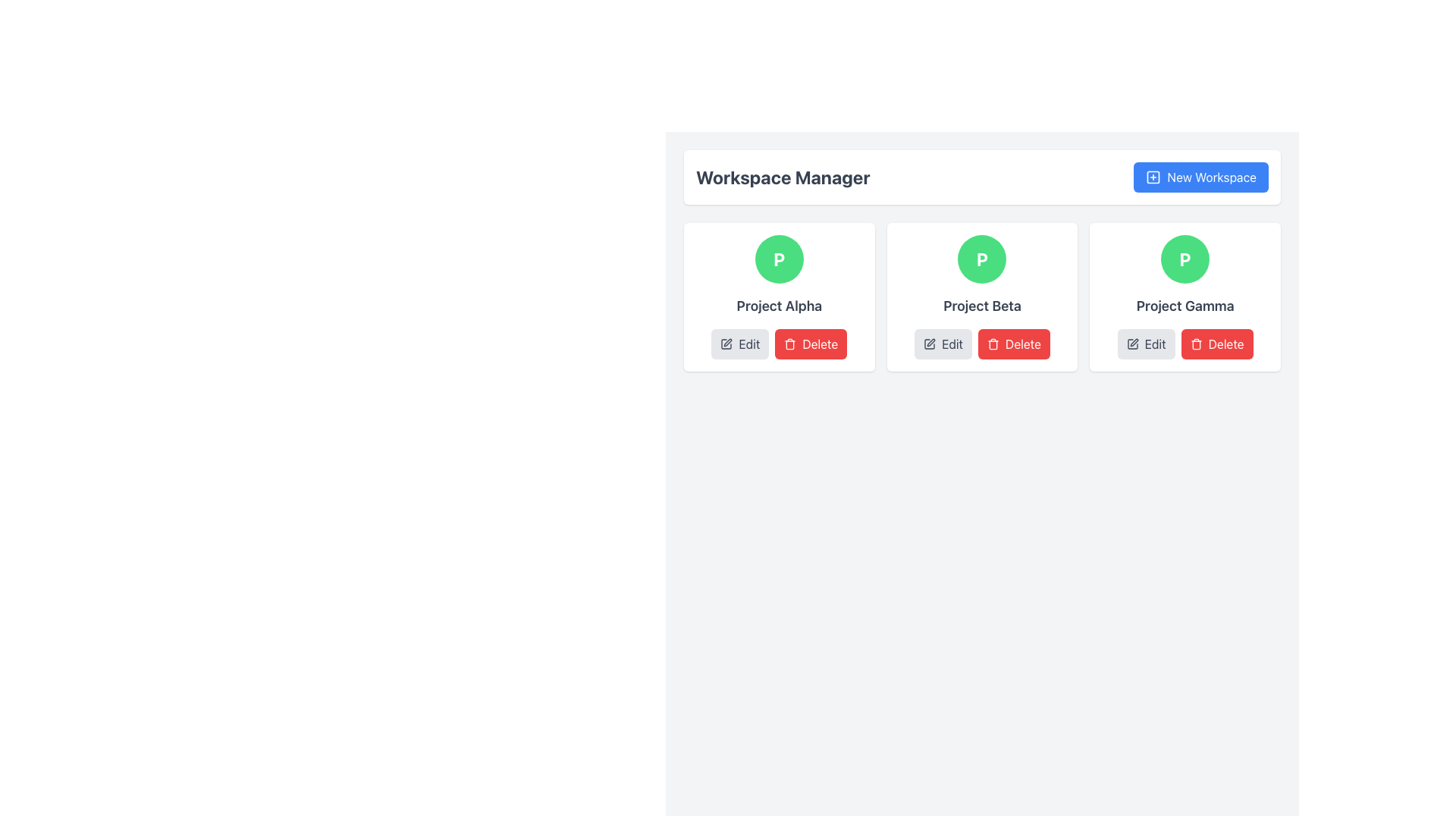 The width and height of the screenshot is (1456, 819). What do you see at coordinates (1216, 344) in the screenshot?
I see `the delete button located in the bottom right corner of the 'Project Gamma' card to initiate the project deletion process` at bounding box center [1216, 344].